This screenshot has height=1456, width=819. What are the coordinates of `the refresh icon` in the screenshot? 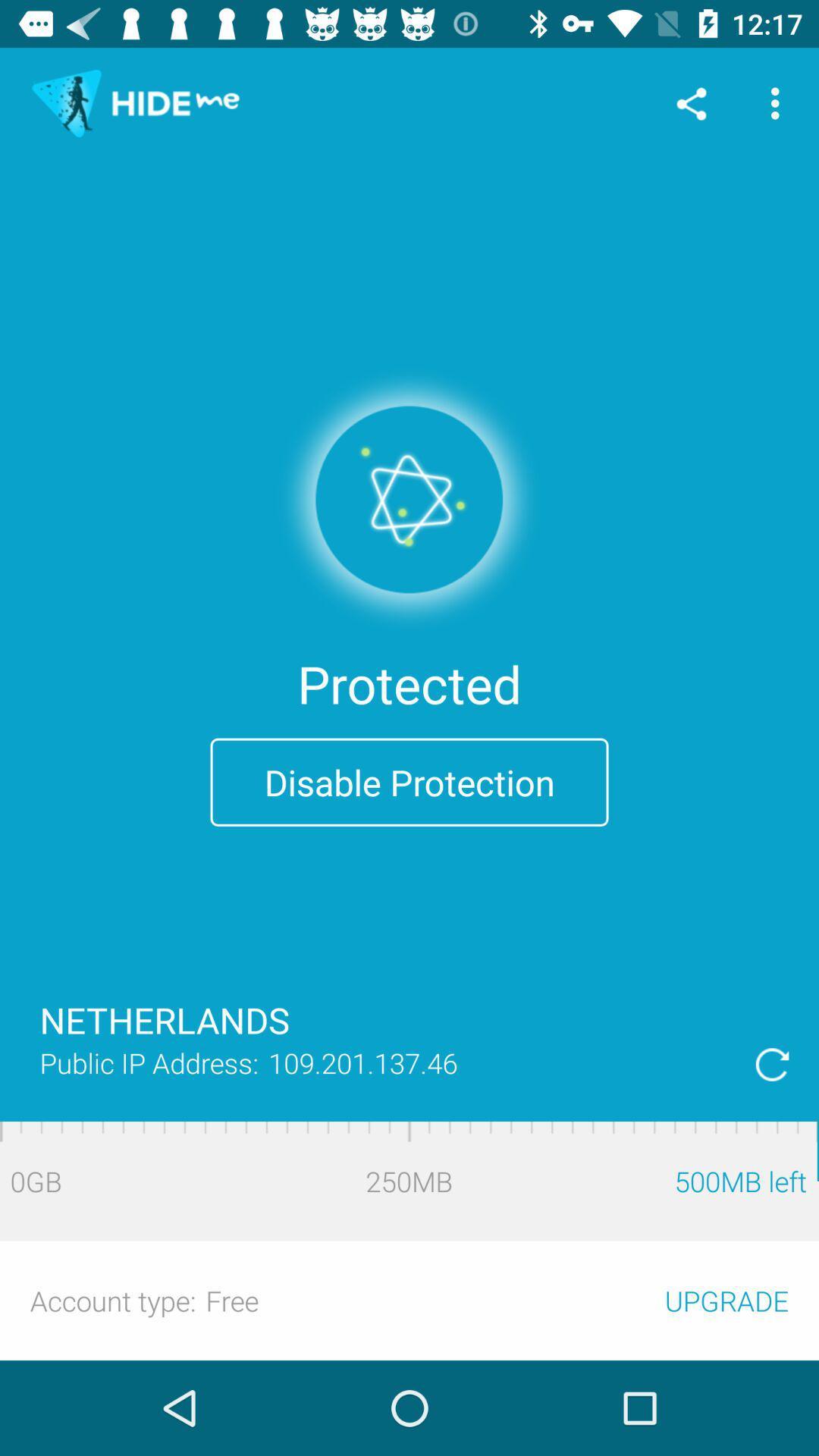 It's located at (772, 1063).